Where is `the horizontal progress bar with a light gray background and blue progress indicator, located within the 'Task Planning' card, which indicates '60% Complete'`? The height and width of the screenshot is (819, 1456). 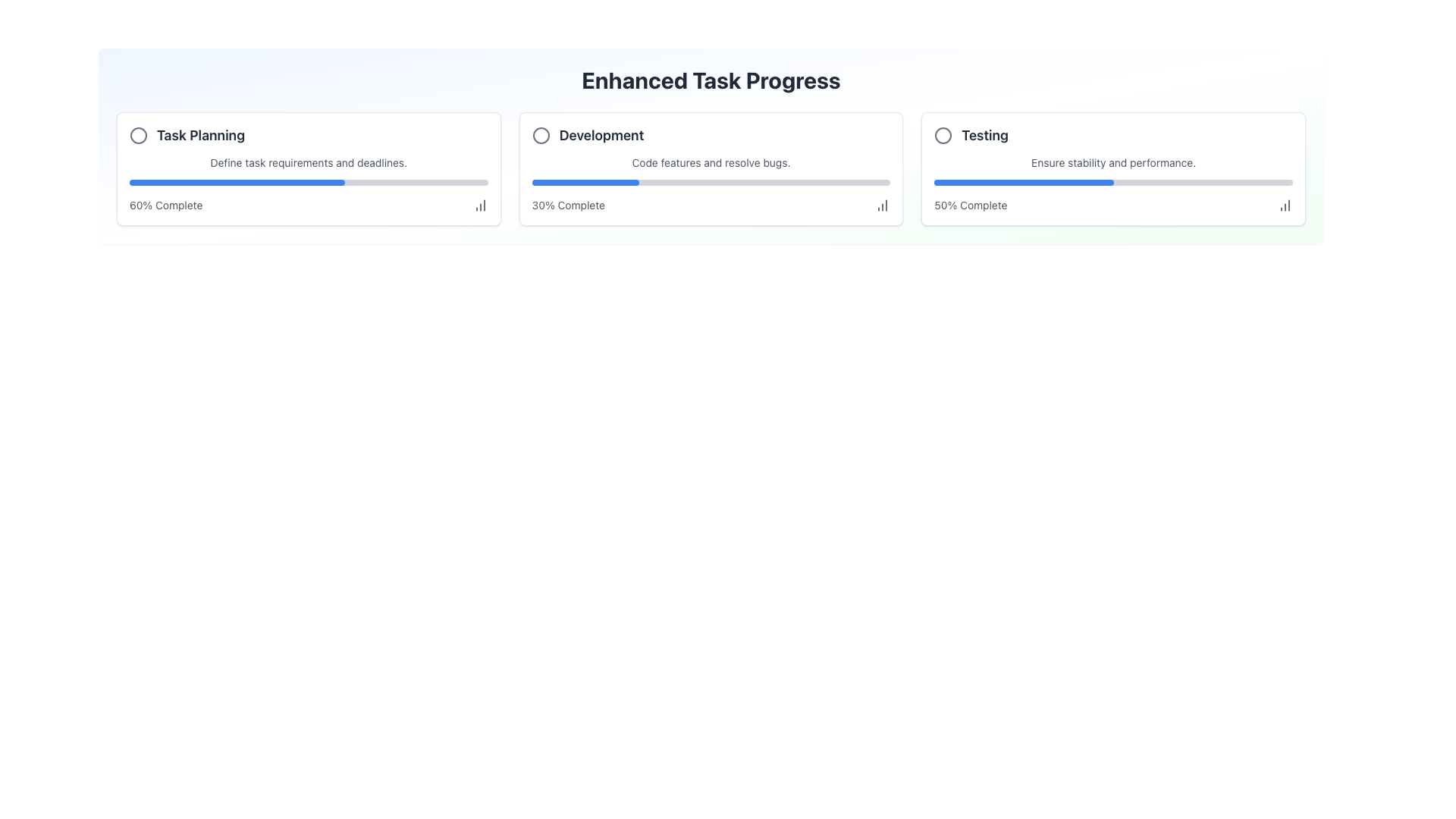
the horizontal progress bar with a light gray background and blue progress indicator, located within the 'Task Planning' card, which indicates '60% Complete' is located at coordinates (308, 181).